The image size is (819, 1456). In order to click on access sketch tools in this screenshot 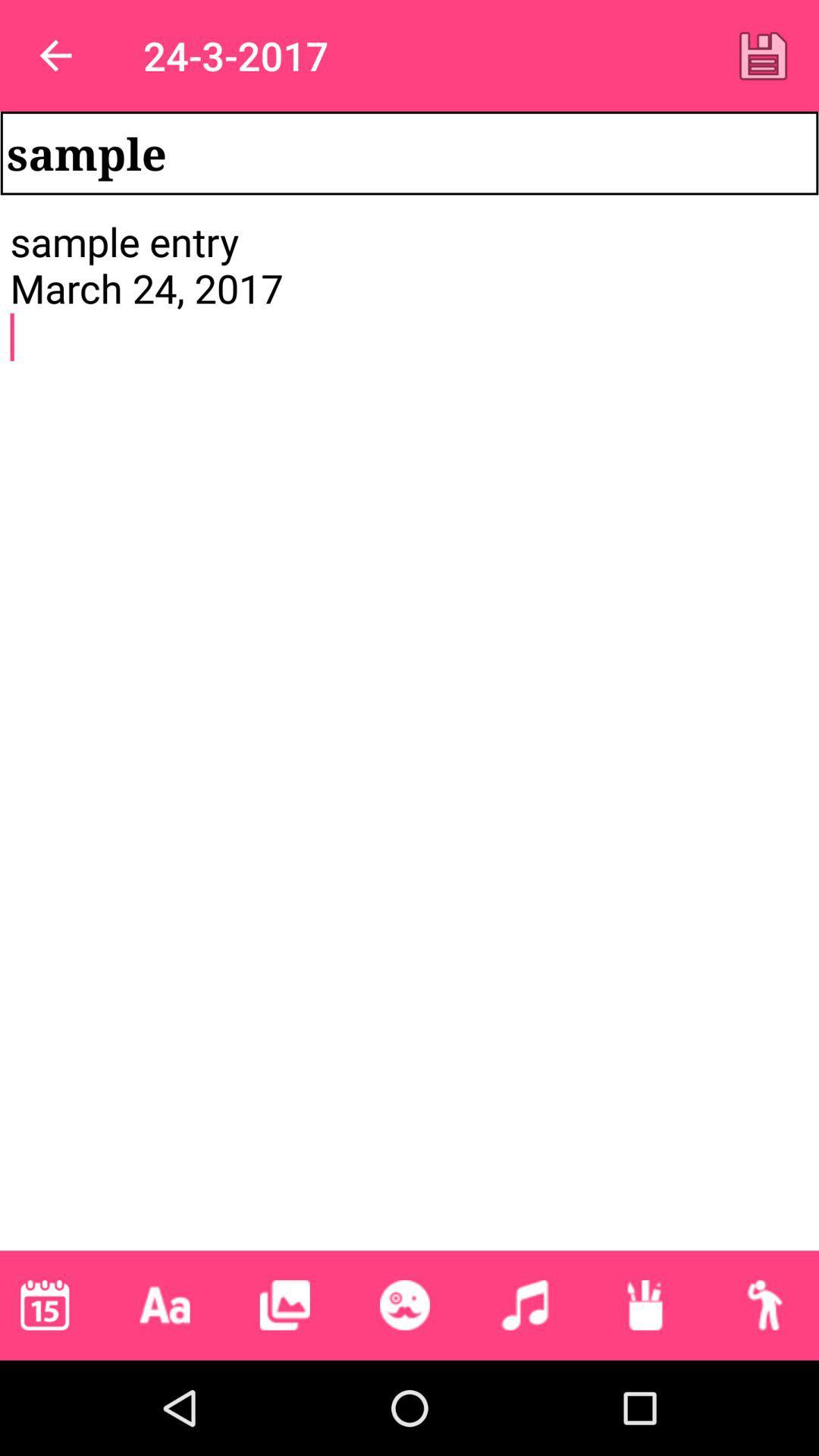, I will do `click(645, 1304)`.